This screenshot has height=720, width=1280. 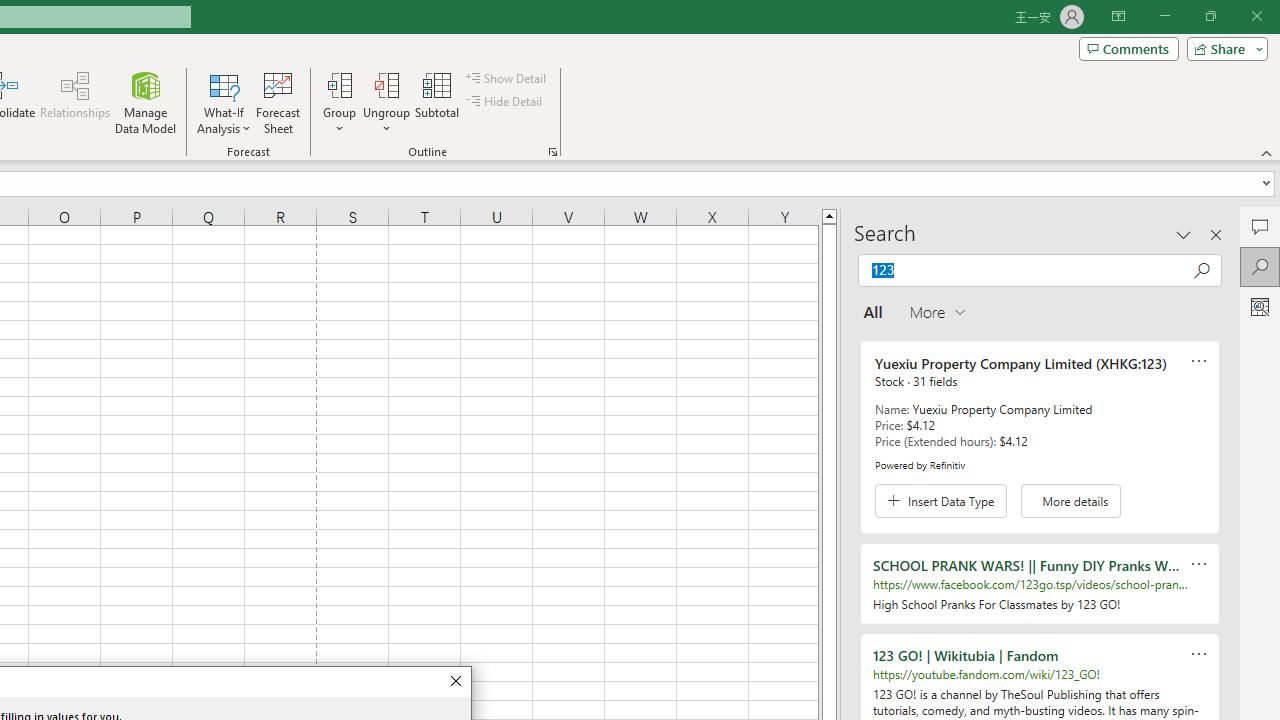 I want to click on 'Hide Detail', so click(x=505, y=101).